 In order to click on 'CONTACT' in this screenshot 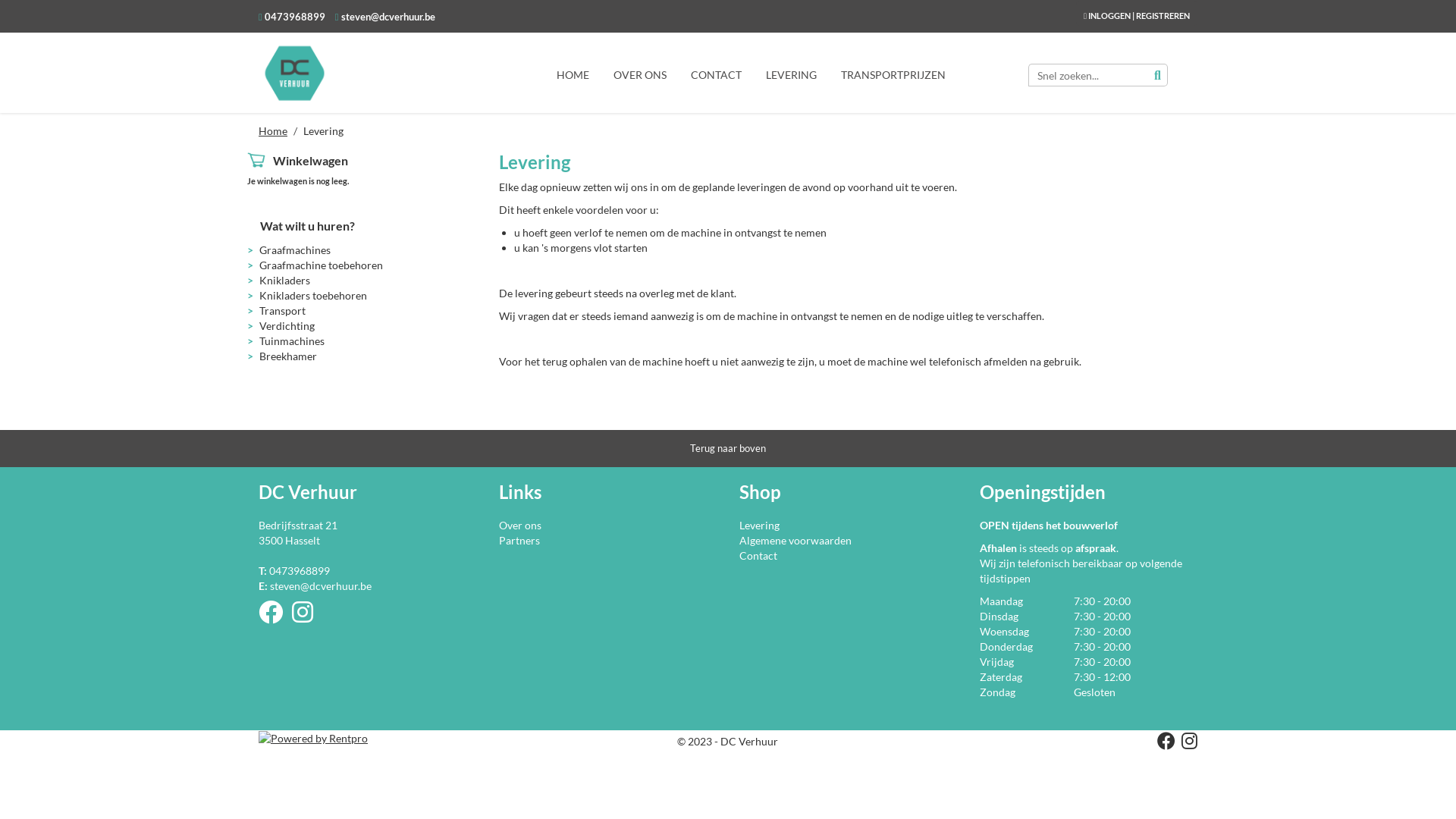, I will do `click(715, 74)`.